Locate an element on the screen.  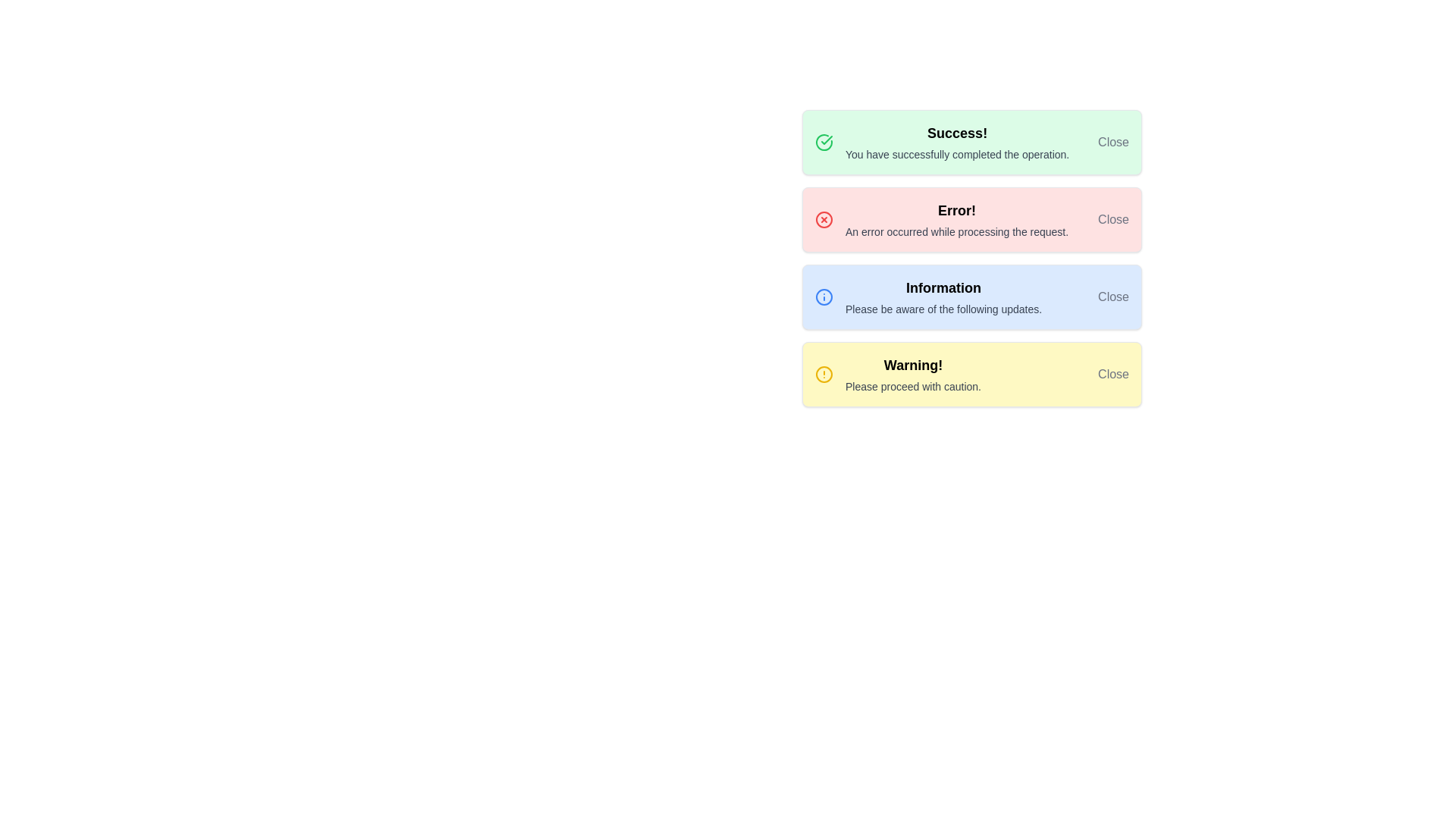
error message displayed in smaller gray text that states 'An error occurred while processing the request.' It is located within a red error message box, below the title 'Error!' is located at coordinates (956, 231).